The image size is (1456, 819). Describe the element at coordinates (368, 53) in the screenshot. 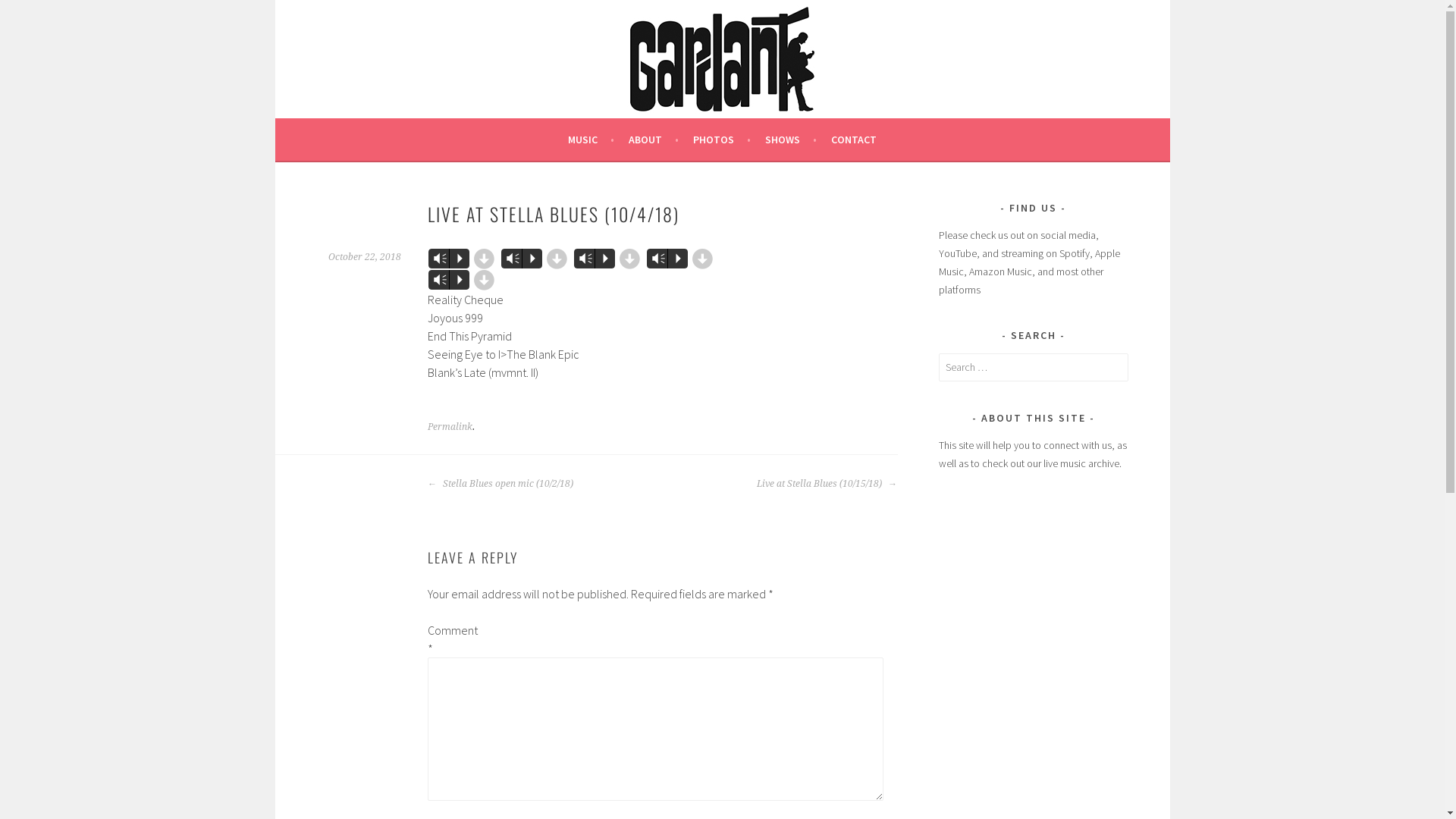

I see `'GARDANT'` at that location.